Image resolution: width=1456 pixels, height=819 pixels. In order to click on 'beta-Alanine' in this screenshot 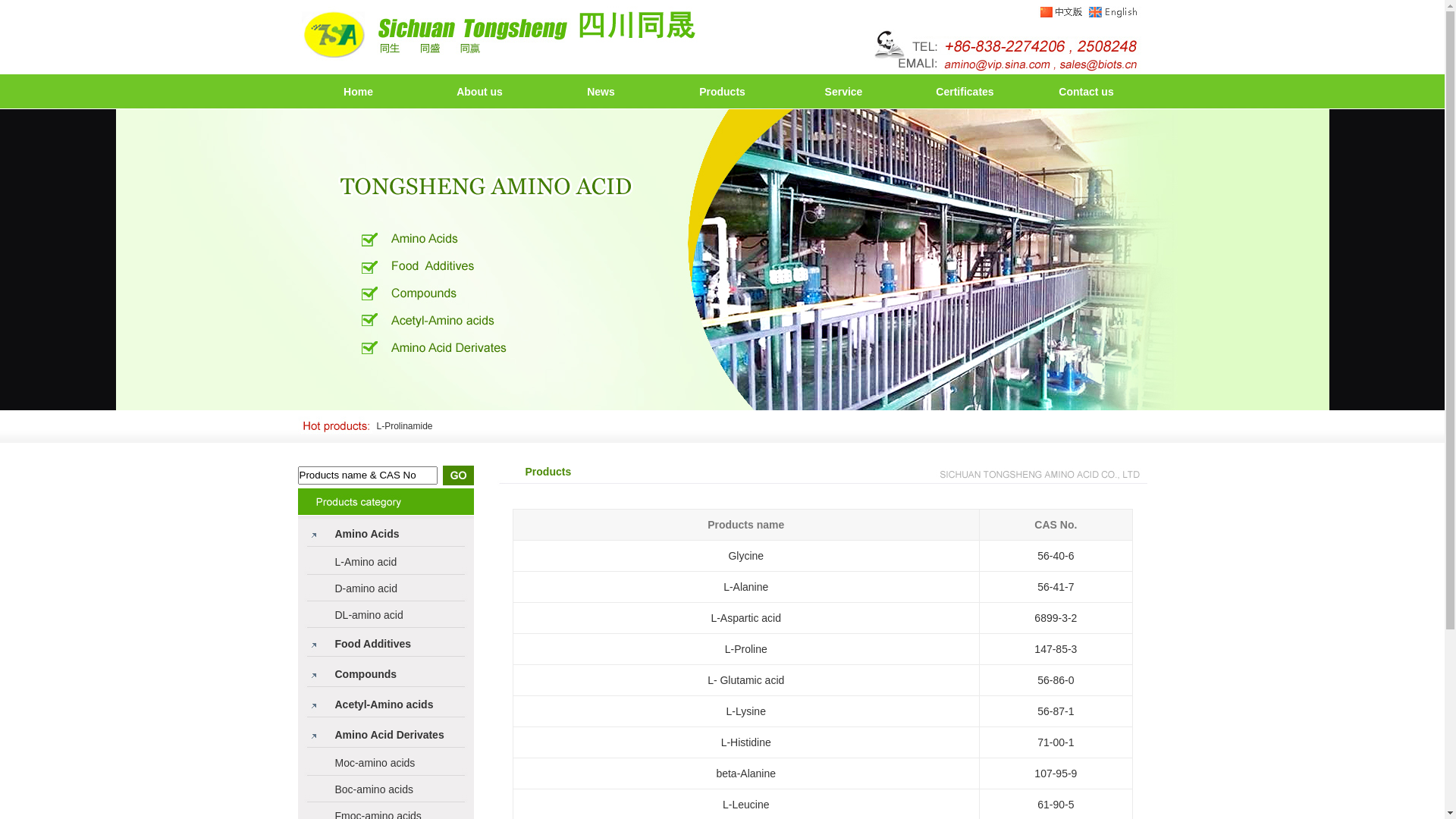, I will do `click(745, 773)`.